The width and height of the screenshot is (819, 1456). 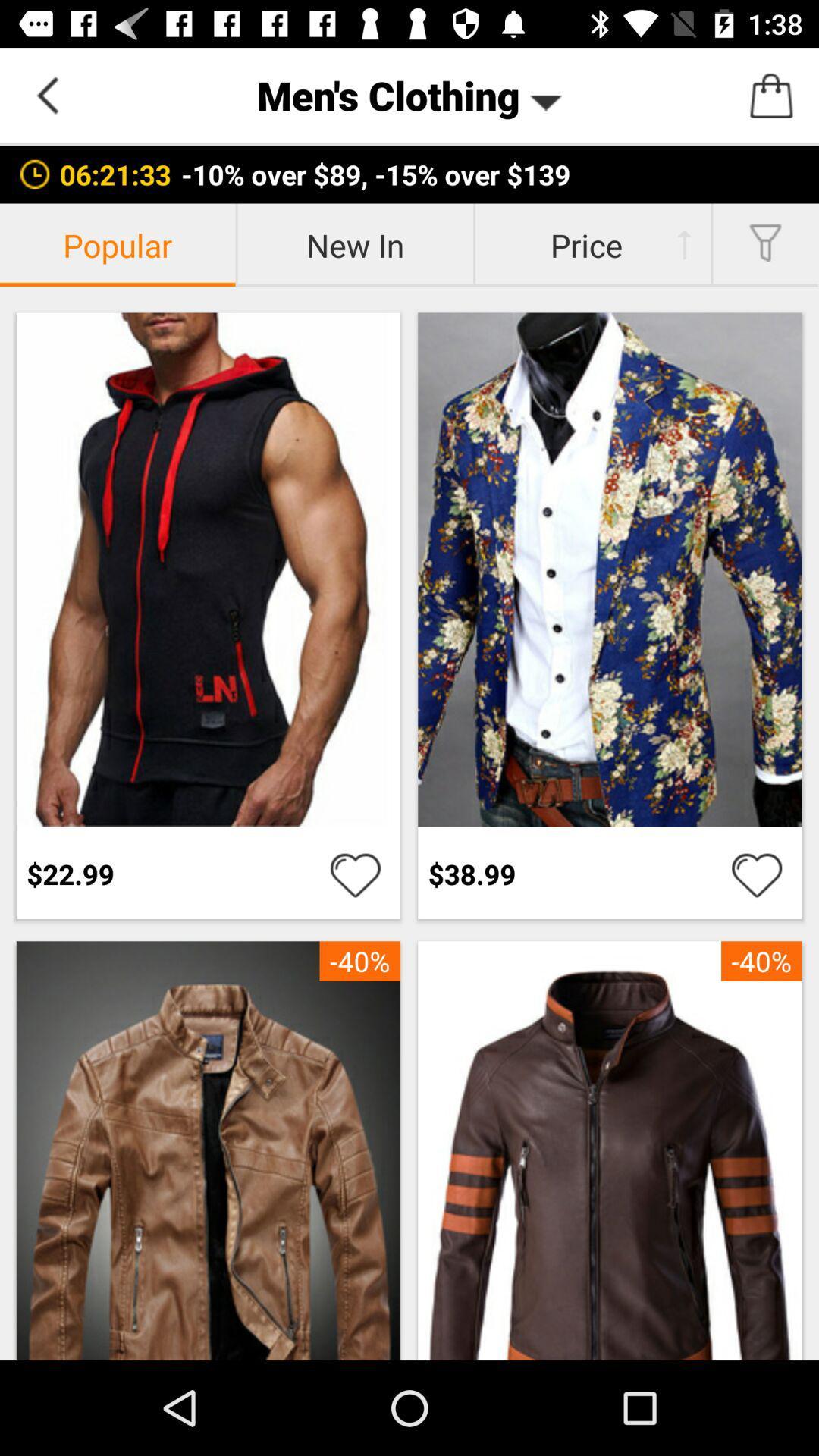 What do you see at coordinates (757, 874) in the screenshot?
I see `as favorite` at bounding box center [757, 874].